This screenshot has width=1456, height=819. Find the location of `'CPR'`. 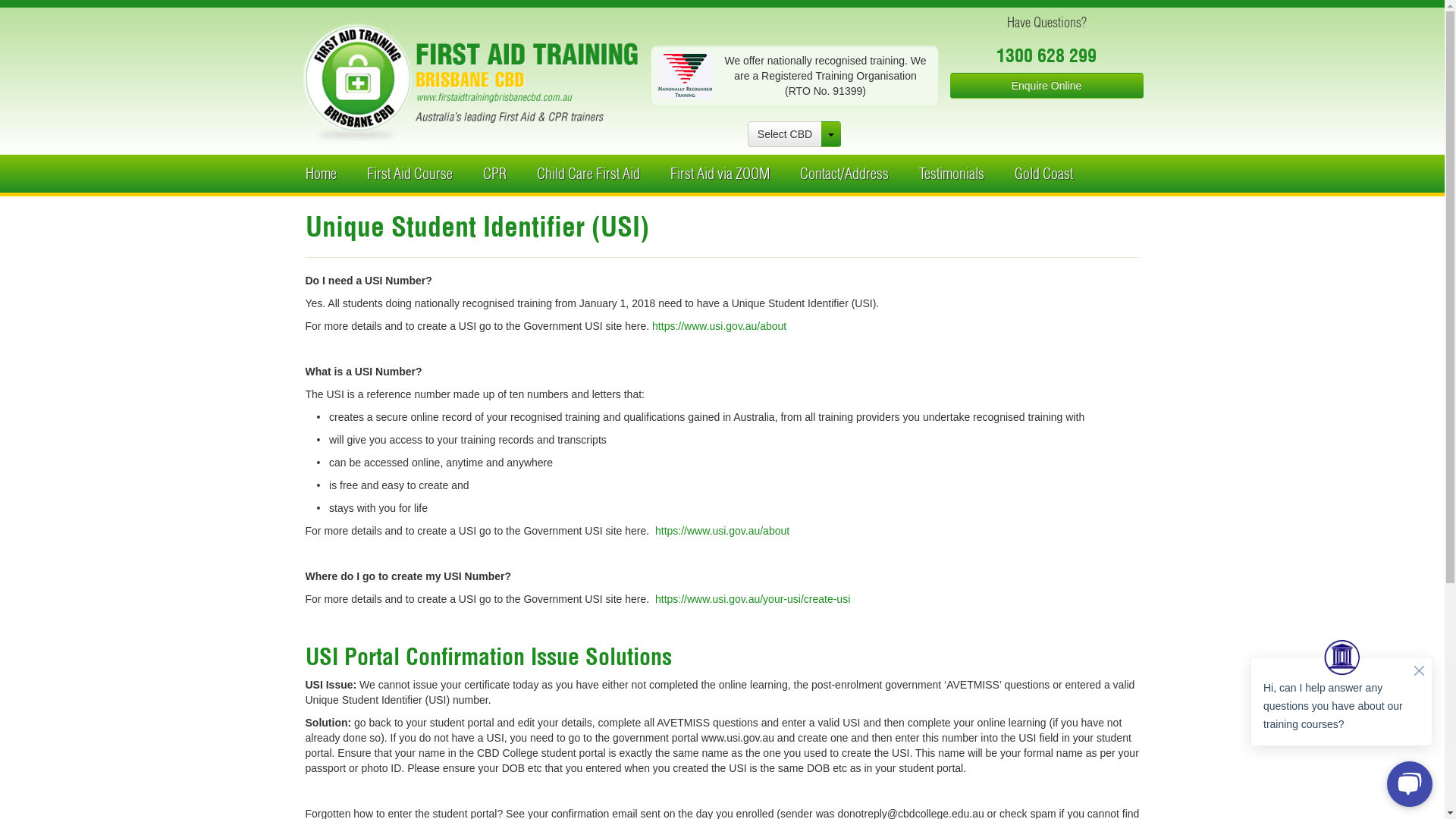

'CPR' is located at coordinates (494, 172).